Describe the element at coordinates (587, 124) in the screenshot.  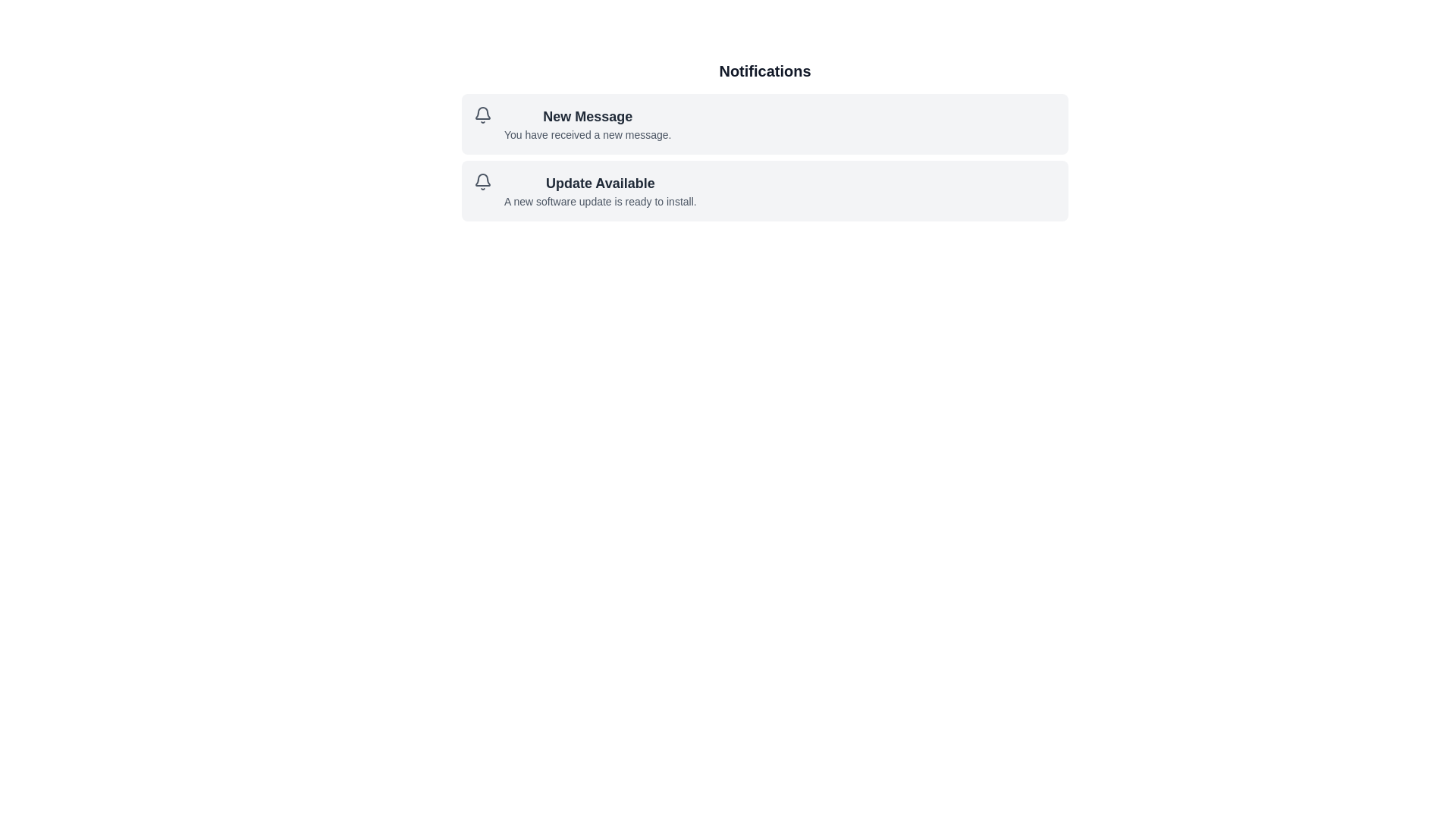
I see `the 'New Message' notification text display` at that location.